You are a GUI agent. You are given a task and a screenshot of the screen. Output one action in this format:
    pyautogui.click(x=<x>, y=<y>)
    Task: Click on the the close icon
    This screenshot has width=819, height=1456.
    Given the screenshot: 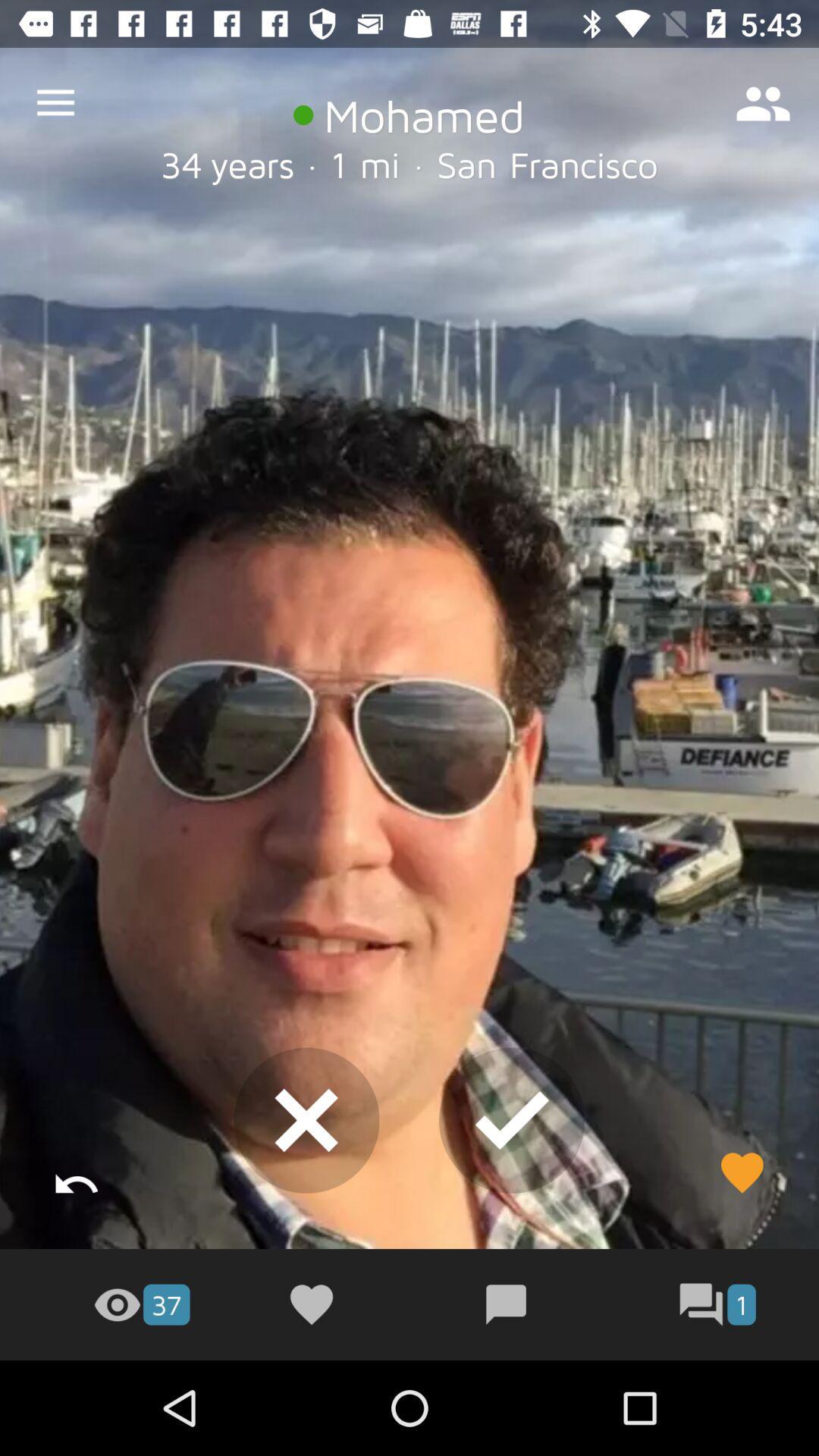 What is the action you would take?
    pyautogui.click(x=306, y=1120)
    